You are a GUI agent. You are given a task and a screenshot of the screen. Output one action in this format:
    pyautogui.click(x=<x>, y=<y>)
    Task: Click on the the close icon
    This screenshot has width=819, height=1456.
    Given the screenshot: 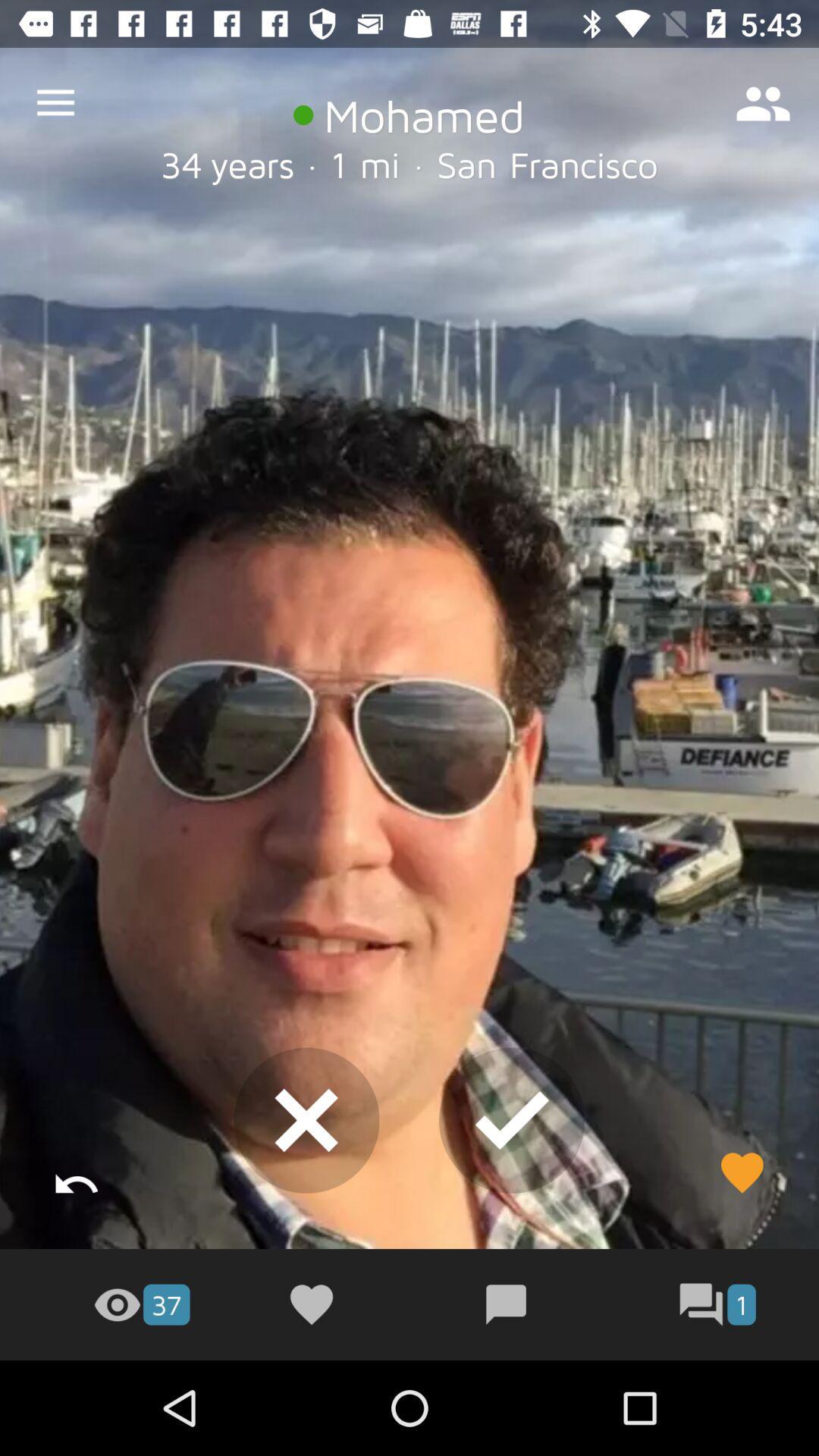 What is the action you would take?
    pyautogui.click(x=306, y=1120)
    